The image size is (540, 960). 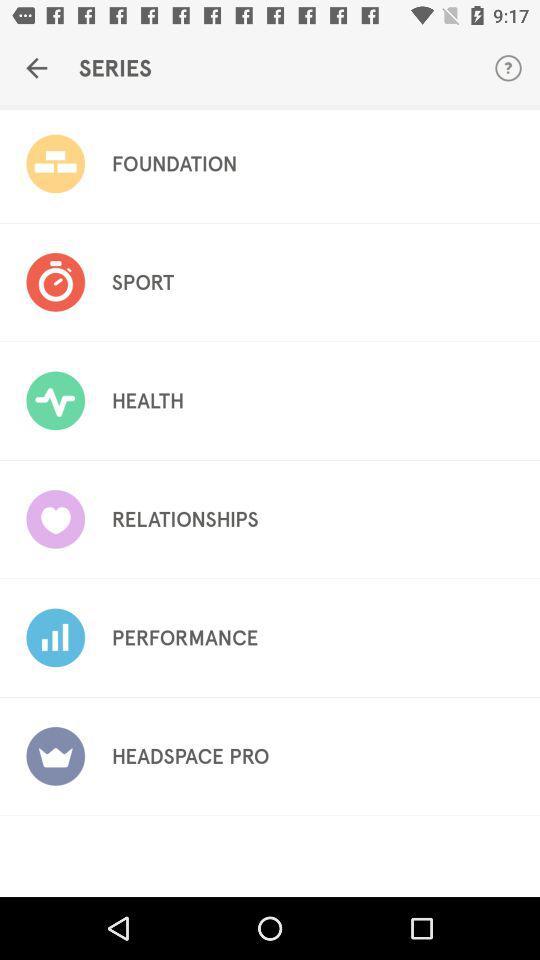 I want to click on performance, so click(x=185, y=637).